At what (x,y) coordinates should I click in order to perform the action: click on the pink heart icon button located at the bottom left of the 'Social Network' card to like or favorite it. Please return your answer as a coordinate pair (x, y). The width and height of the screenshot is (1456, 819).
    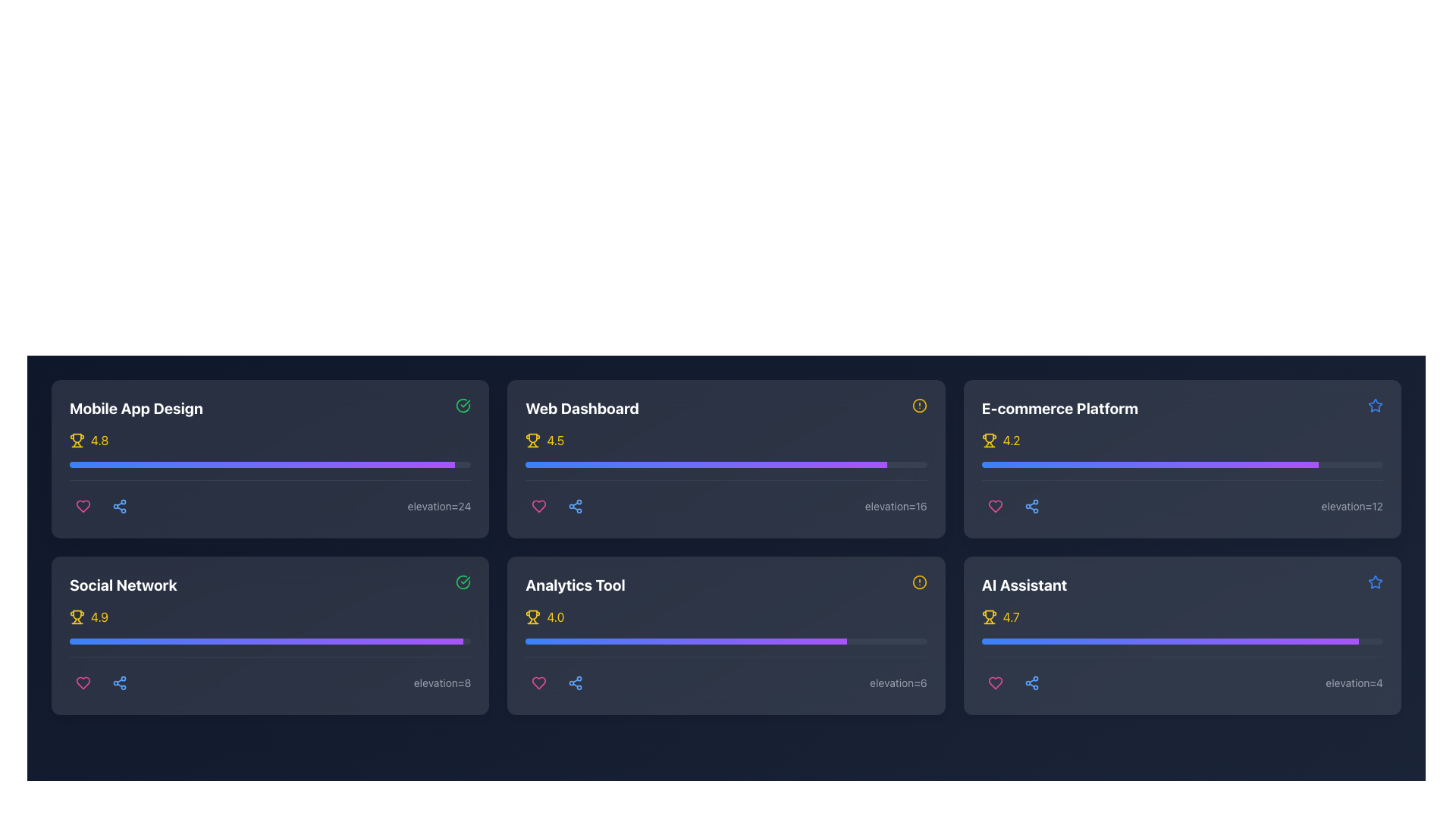
    Looking at the image, I should click on (83, 683).